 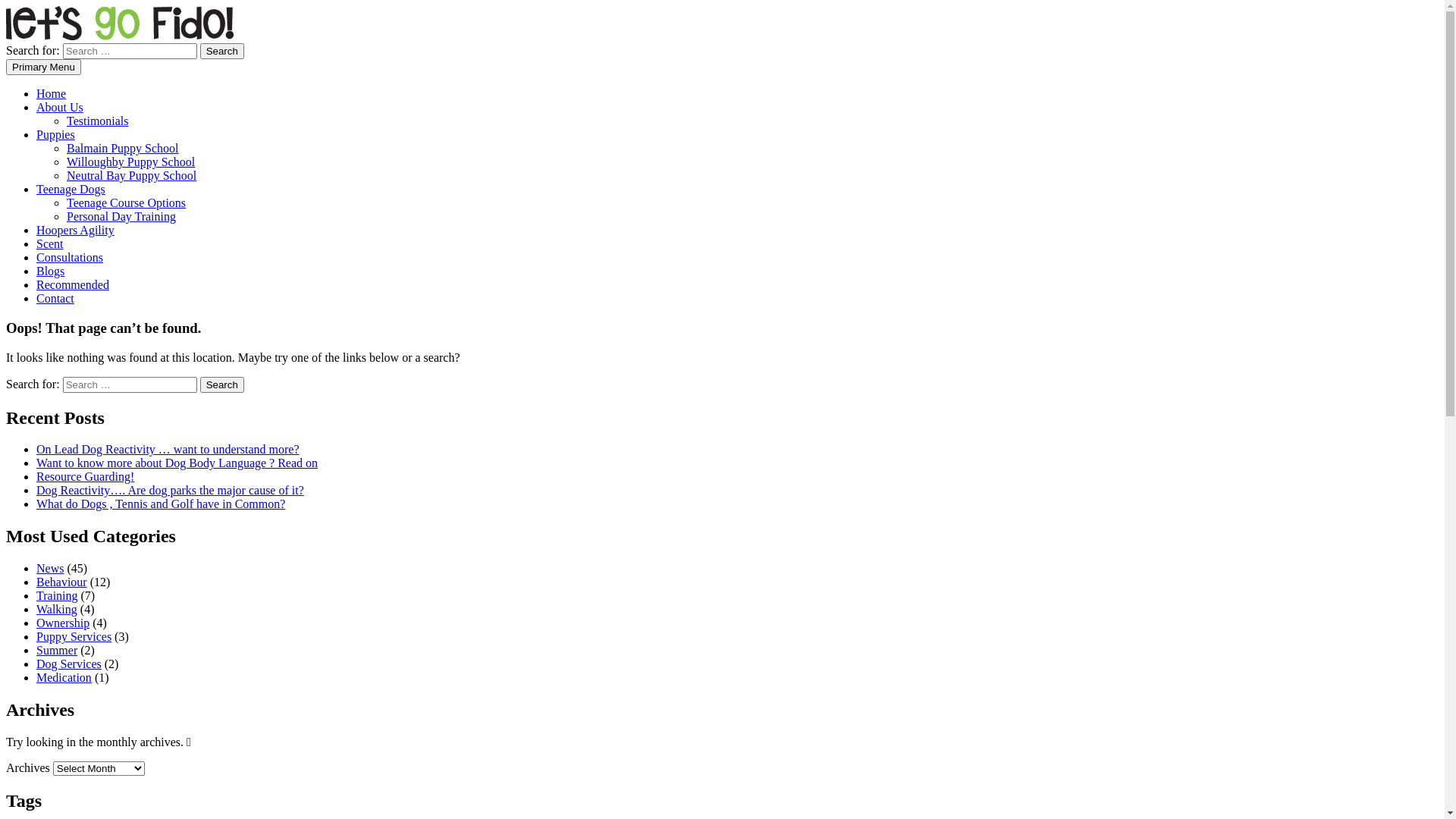 What do you see at coordinates (130, 162) in the screenshot?
I see `'Willoughby Puppy School'` at bounding box center [130, 162].